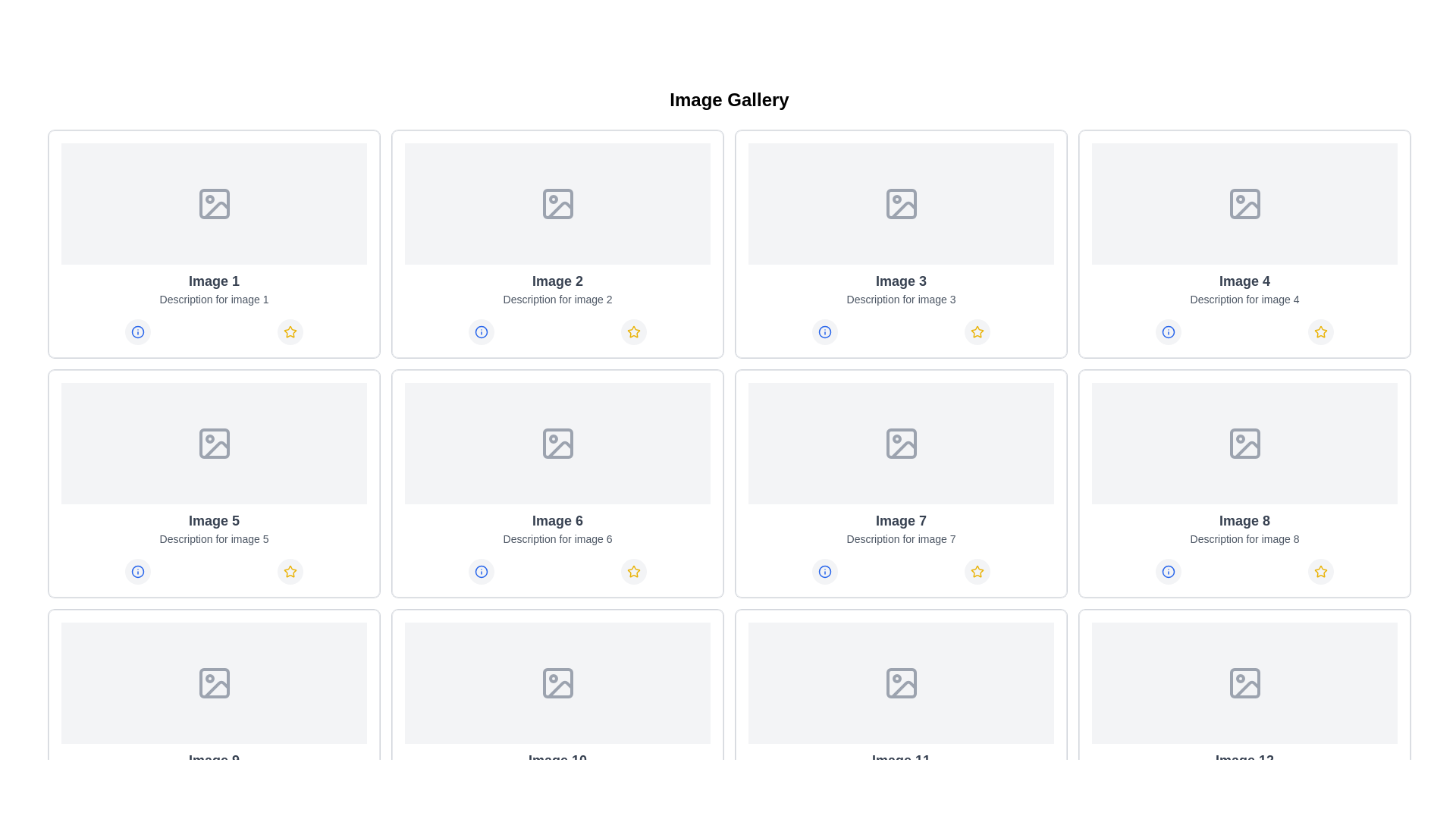 The width and height of the screenshot is (1456, 819). I want to click on the text label displaying 'Image 12', which is bold and located in the last row of the grid layout, specifically below the image placeholder of 'Image 12', so click(1244, 760).